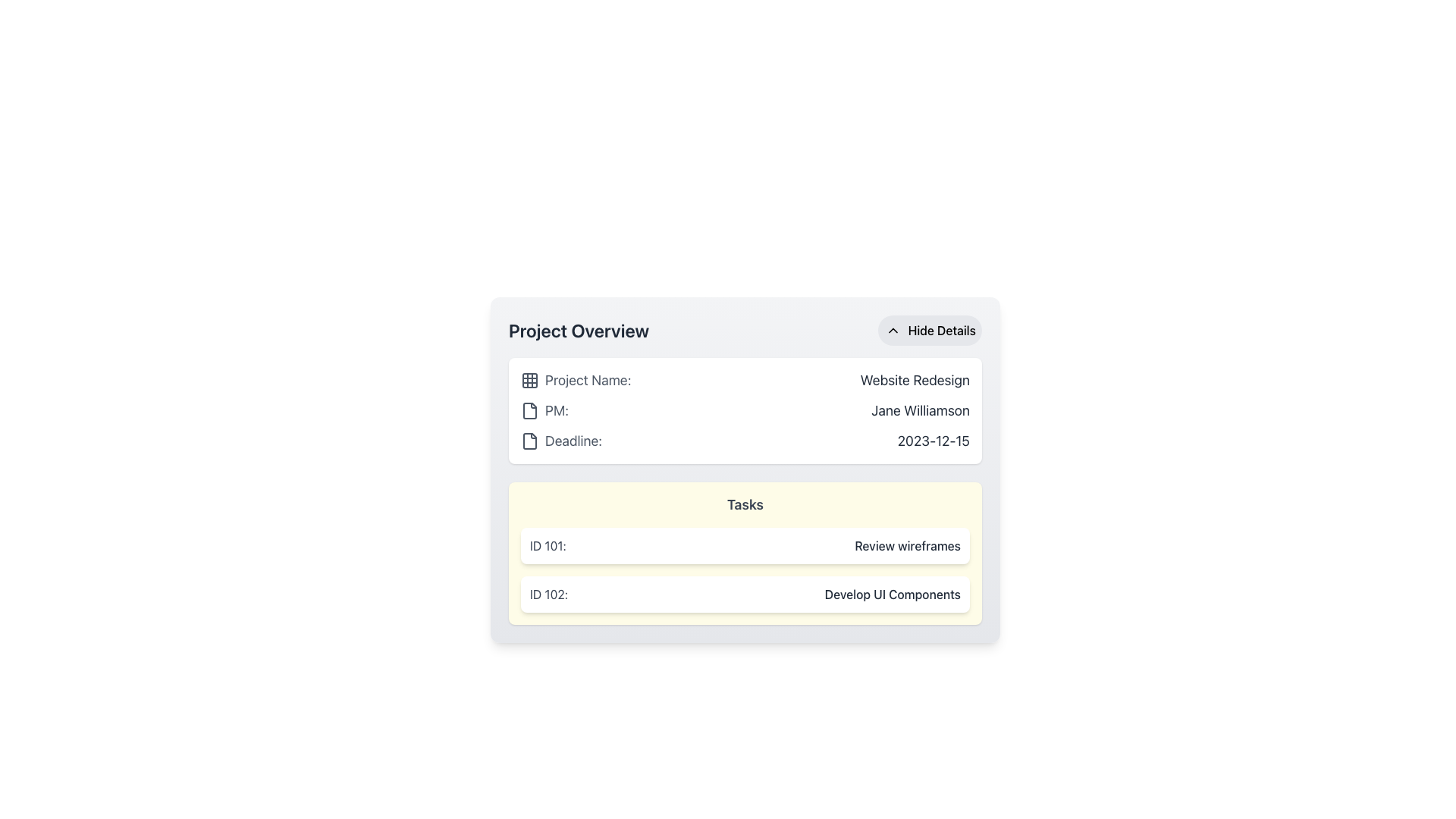 This screenshot has width=1456, height=819. Describe the element at coordinates (914, 379) in the screenshot. I see `the text label displaying 'Website Redesign' located in the top right corner of the 'Project Name' section` at that location.